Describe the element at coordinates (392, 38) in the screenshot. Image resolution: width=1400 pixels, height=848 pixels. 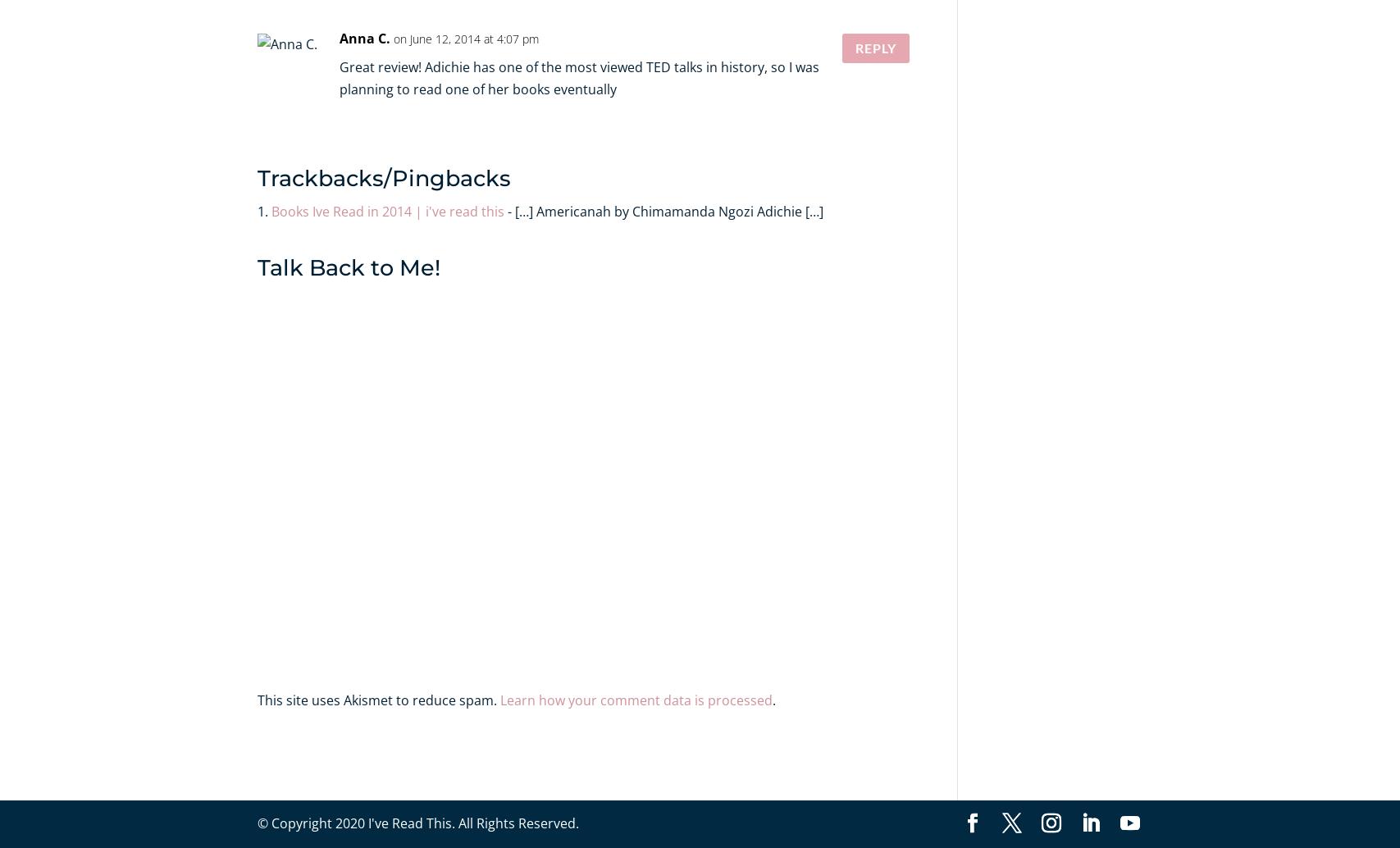
I see `'on June 12, 2014 at 4:07 pm'` at that location.